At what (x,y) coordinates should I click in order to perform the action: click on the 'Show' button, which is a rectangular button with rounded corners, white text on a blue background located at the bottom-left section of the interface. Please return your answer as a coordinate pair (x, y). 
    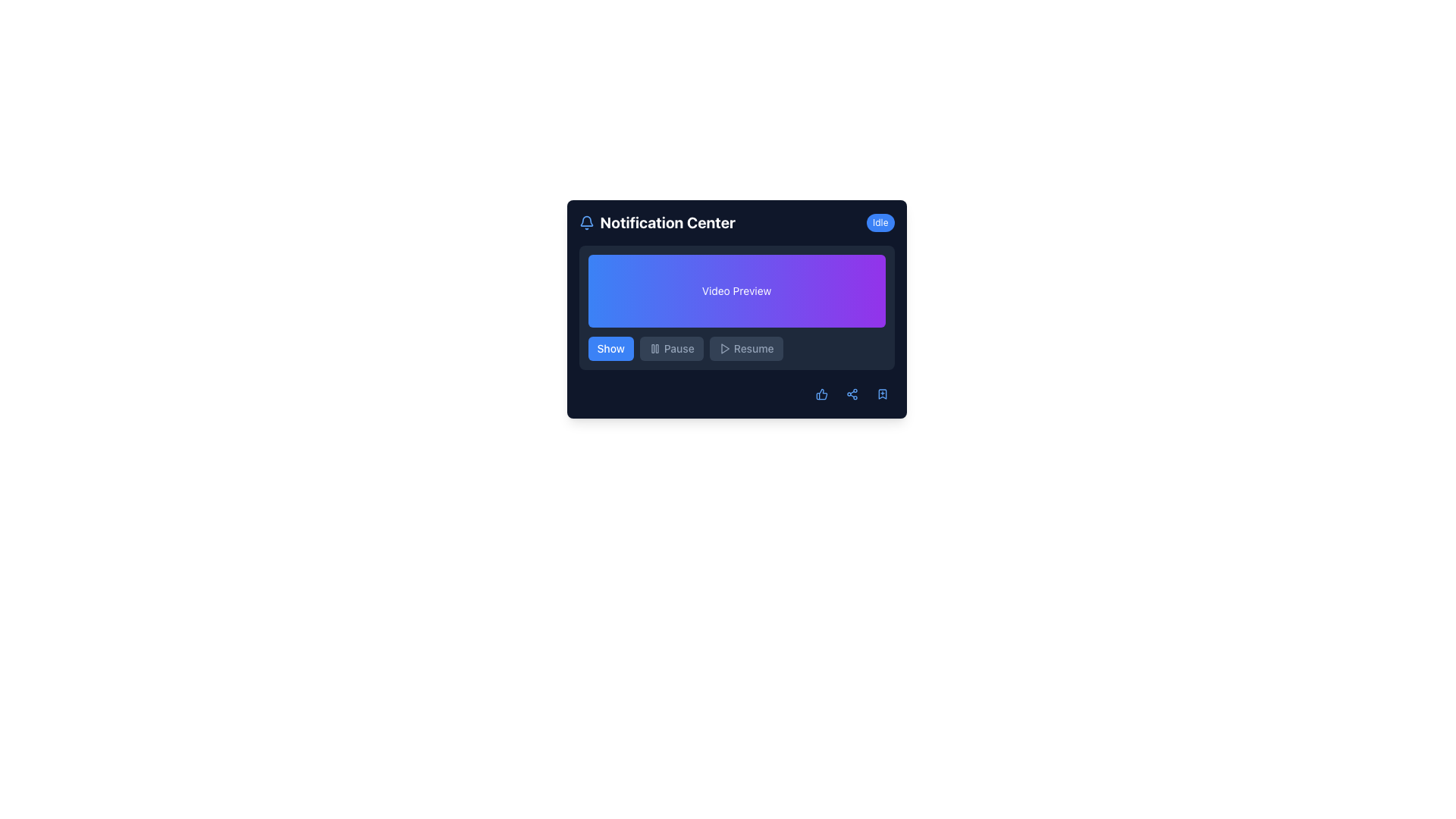
    Looking at the image, I should click on (610, 348).